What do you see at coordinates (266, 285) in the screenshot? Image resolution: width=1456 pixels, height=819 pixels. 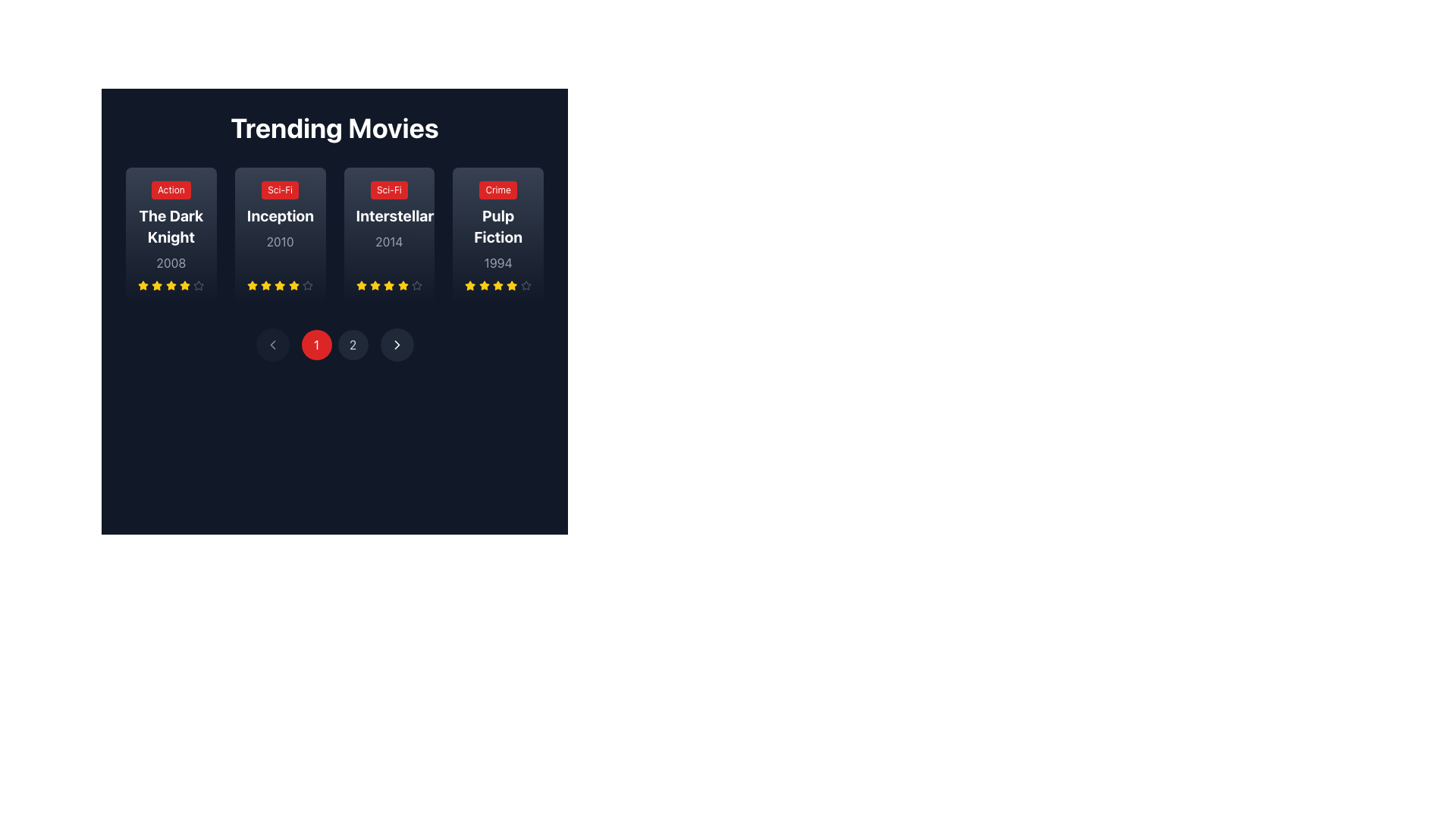 I see `the rating star icon located under the movie title 'Inception' in the second movie card of the 'Trending Movies' section for accessibility` at bounding box center [266, 285].